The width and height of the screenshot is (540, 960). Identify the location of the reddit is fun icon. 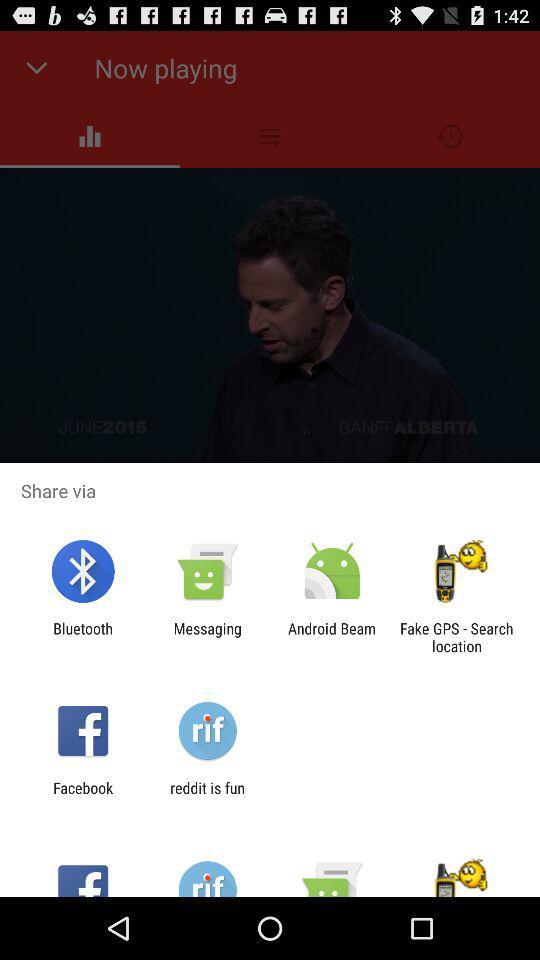
(206, 796).